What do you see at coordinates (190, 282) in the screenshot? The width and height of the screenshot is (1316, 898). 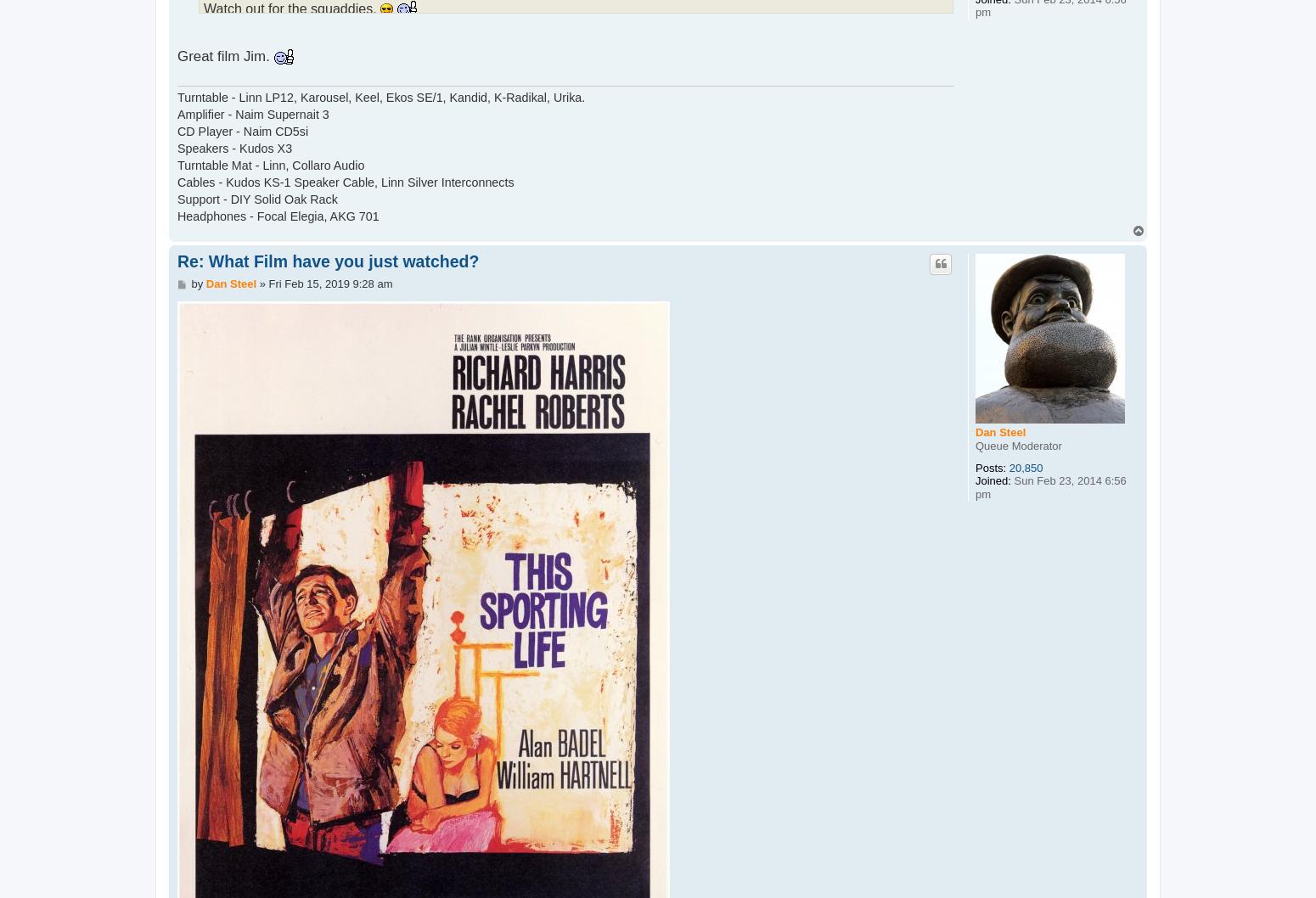 I see `'by'` at bounding box center [190, 282].